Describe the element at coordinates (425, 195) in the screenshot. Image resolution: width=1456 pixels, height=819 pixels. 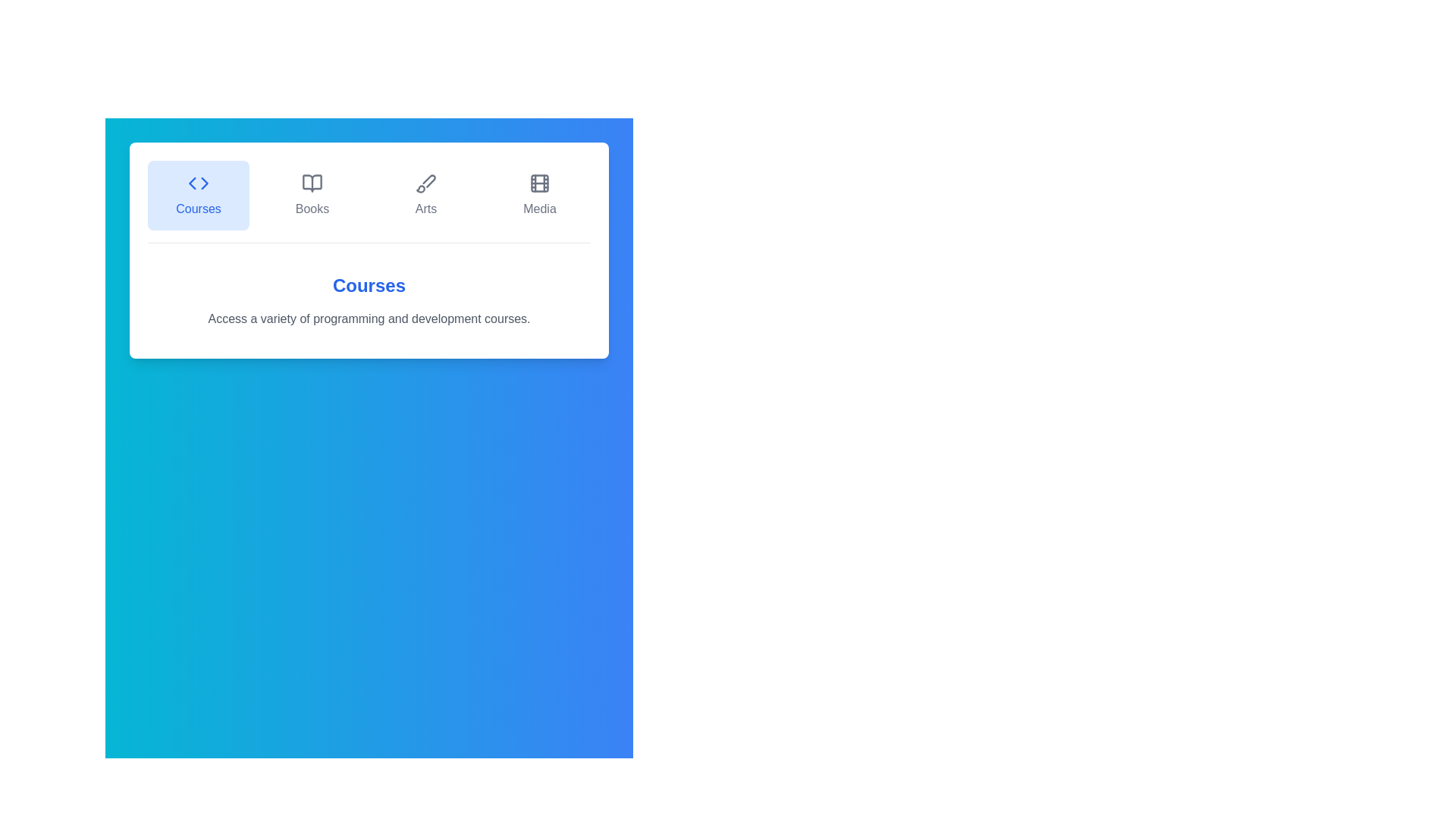
I see `the tab labeled Arts` at that location.